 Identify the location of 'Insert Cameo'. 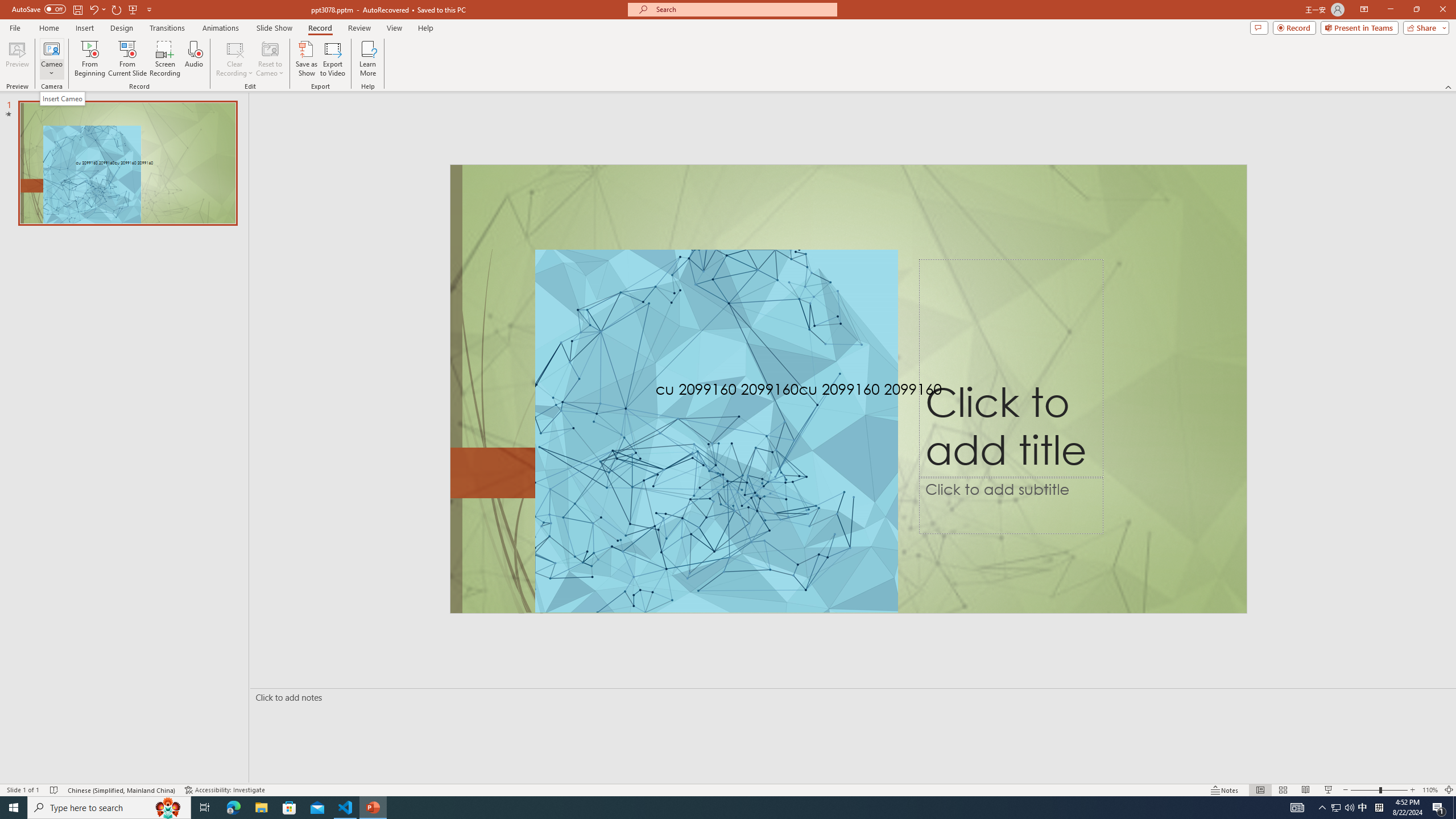
(63, 98).